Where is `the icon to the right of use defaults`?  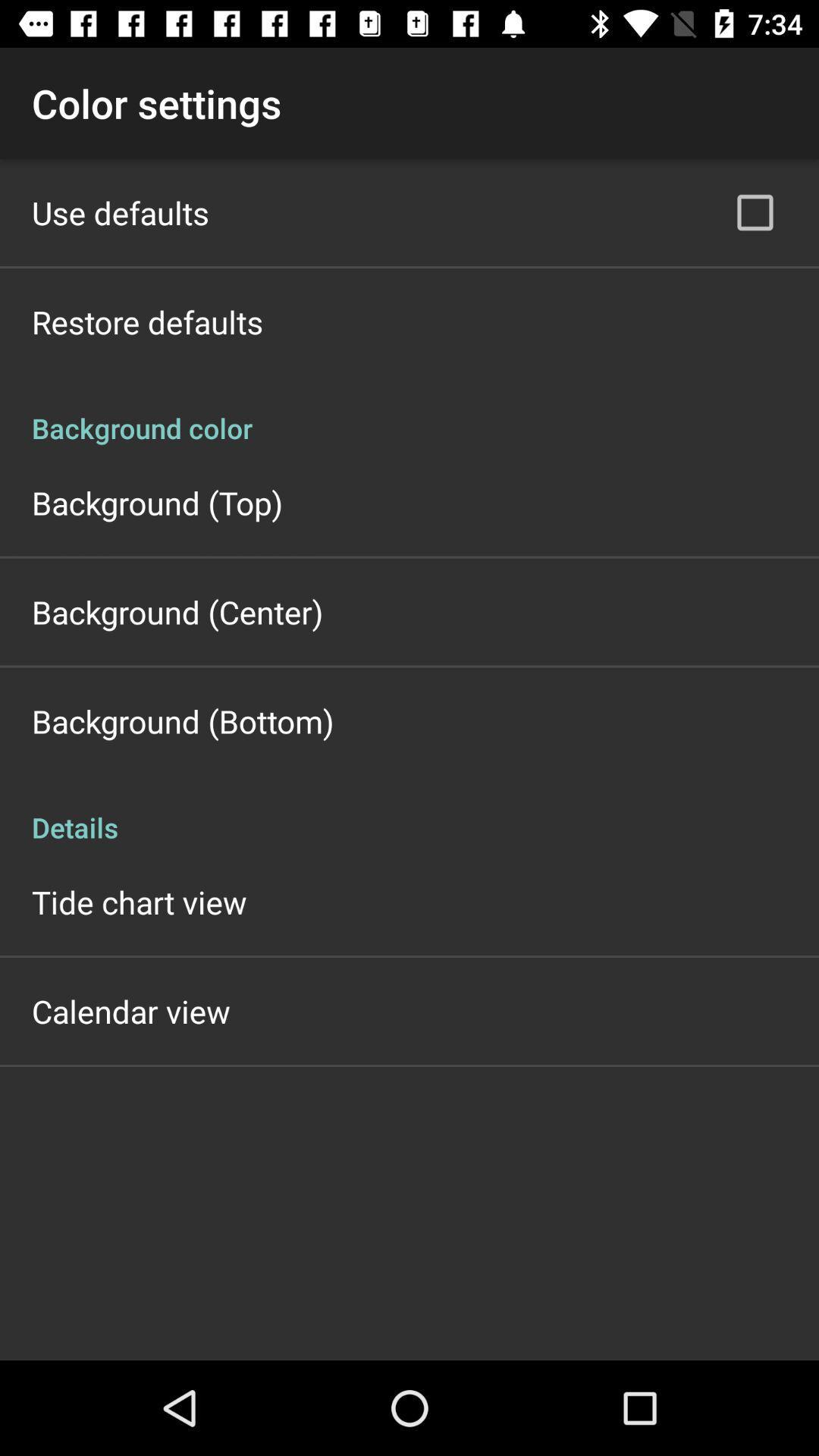 the icon to the right of use defaults is located at coordinates (755, 212).